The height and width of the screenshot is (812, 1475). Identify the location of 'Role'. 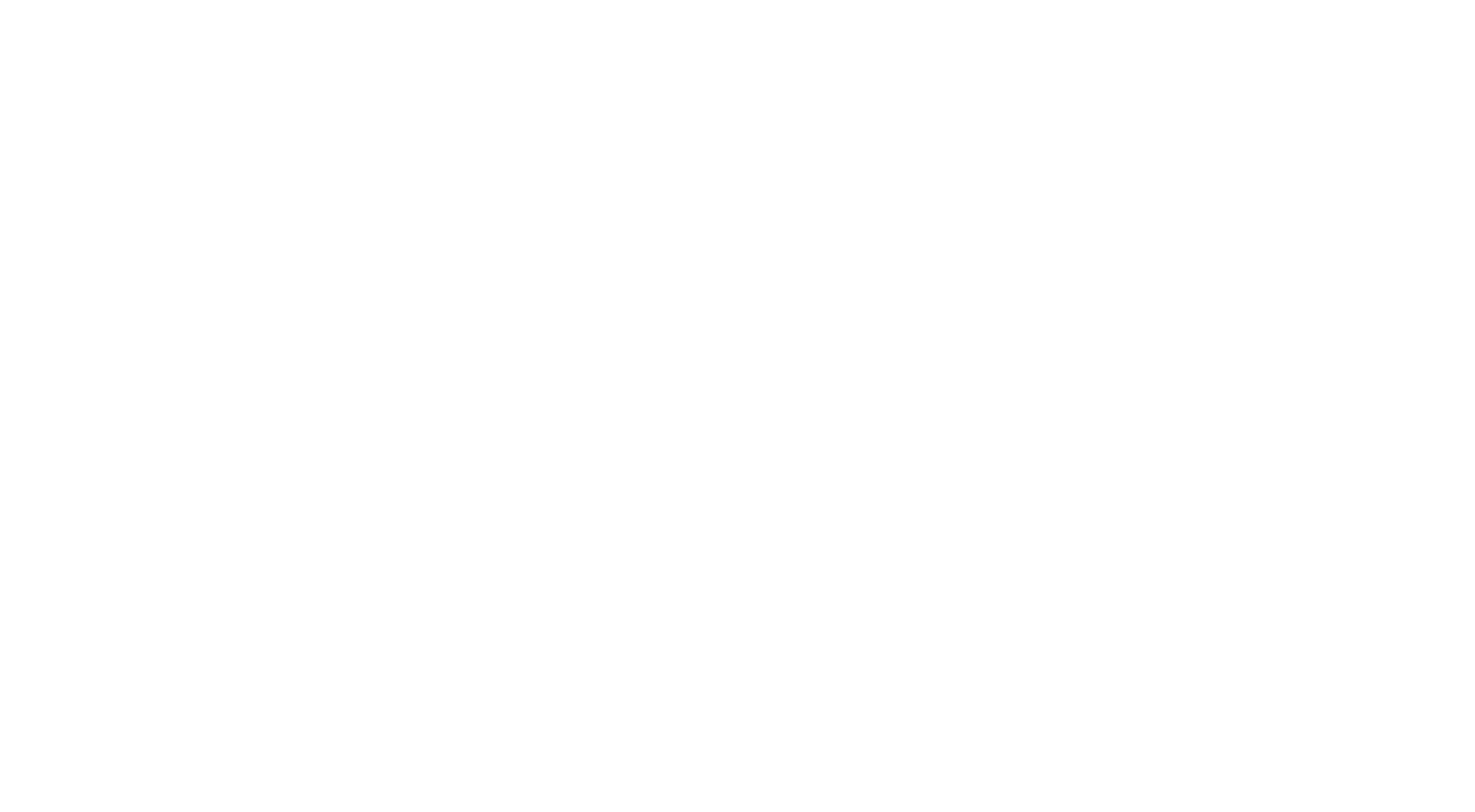
(667, 570).